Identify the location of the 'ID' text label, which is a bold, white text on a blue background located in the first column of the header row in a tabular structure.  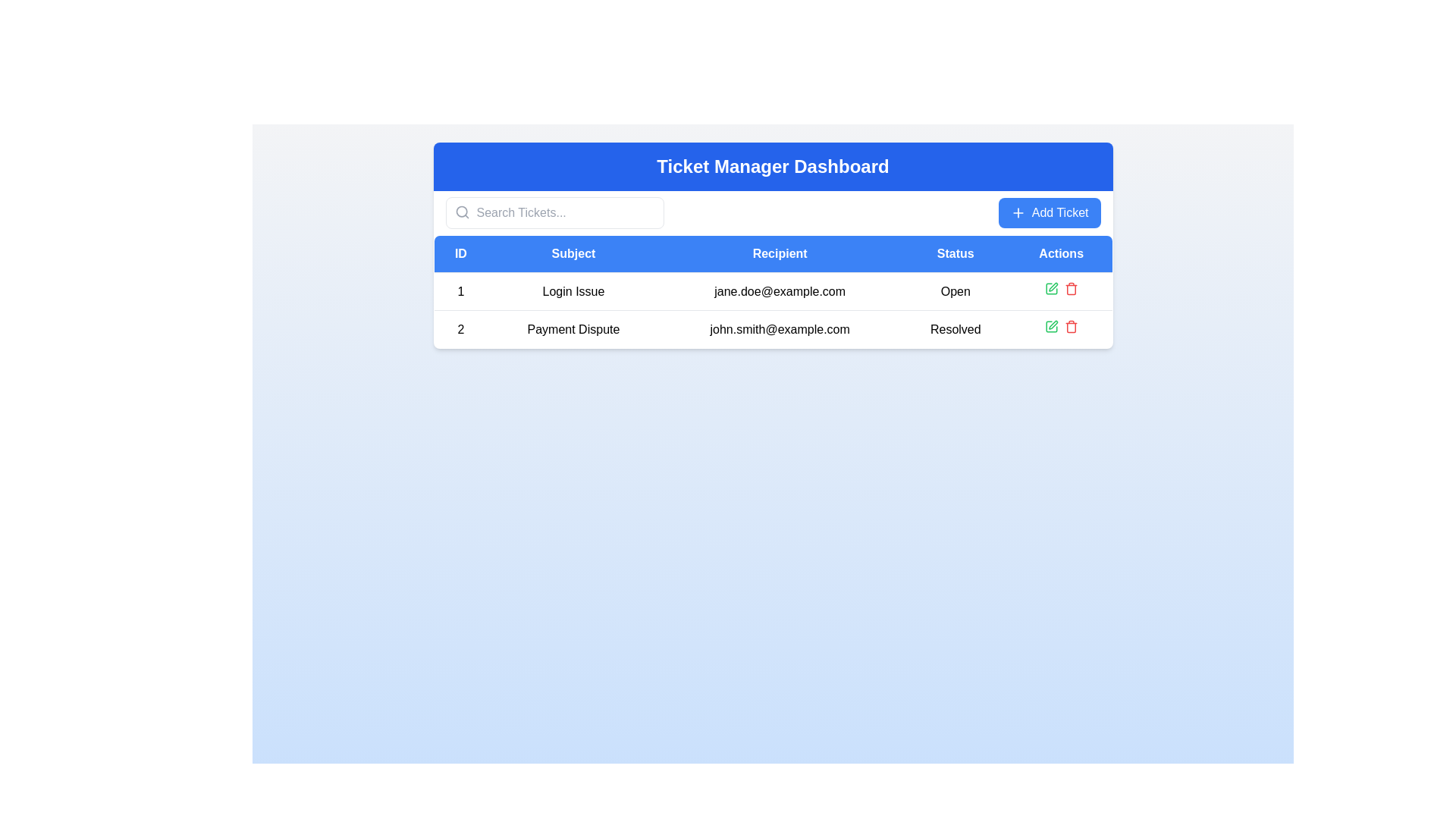
(460, 253).